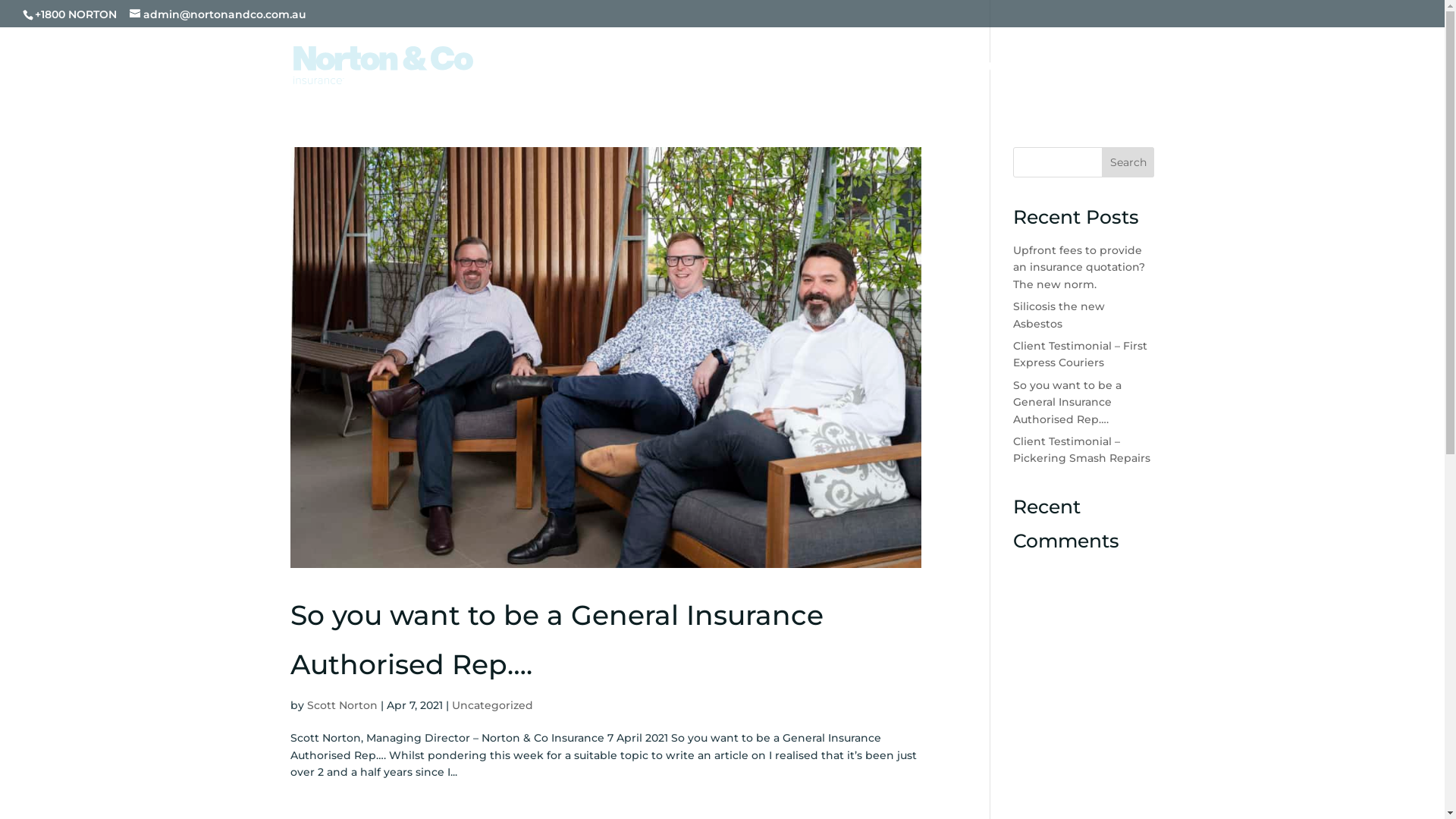  Describe the element at coordinates (340, 704) in the screenshot. I see `'Scott Norton'` at that location.